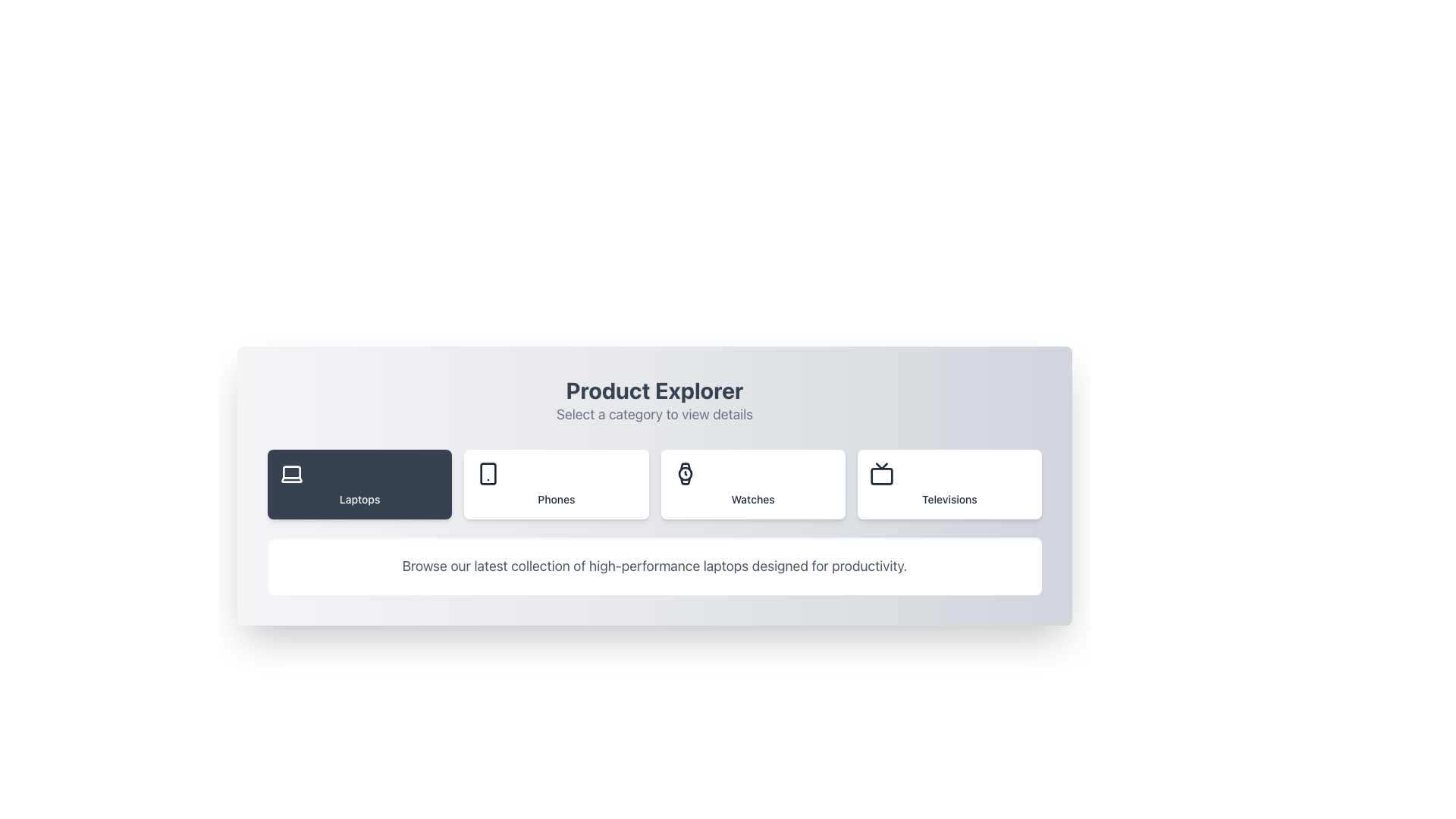 The height and width of the screenshot is (819, 1456). I want to click on the text label displaying the message 'Select a category, so click(654, 415).